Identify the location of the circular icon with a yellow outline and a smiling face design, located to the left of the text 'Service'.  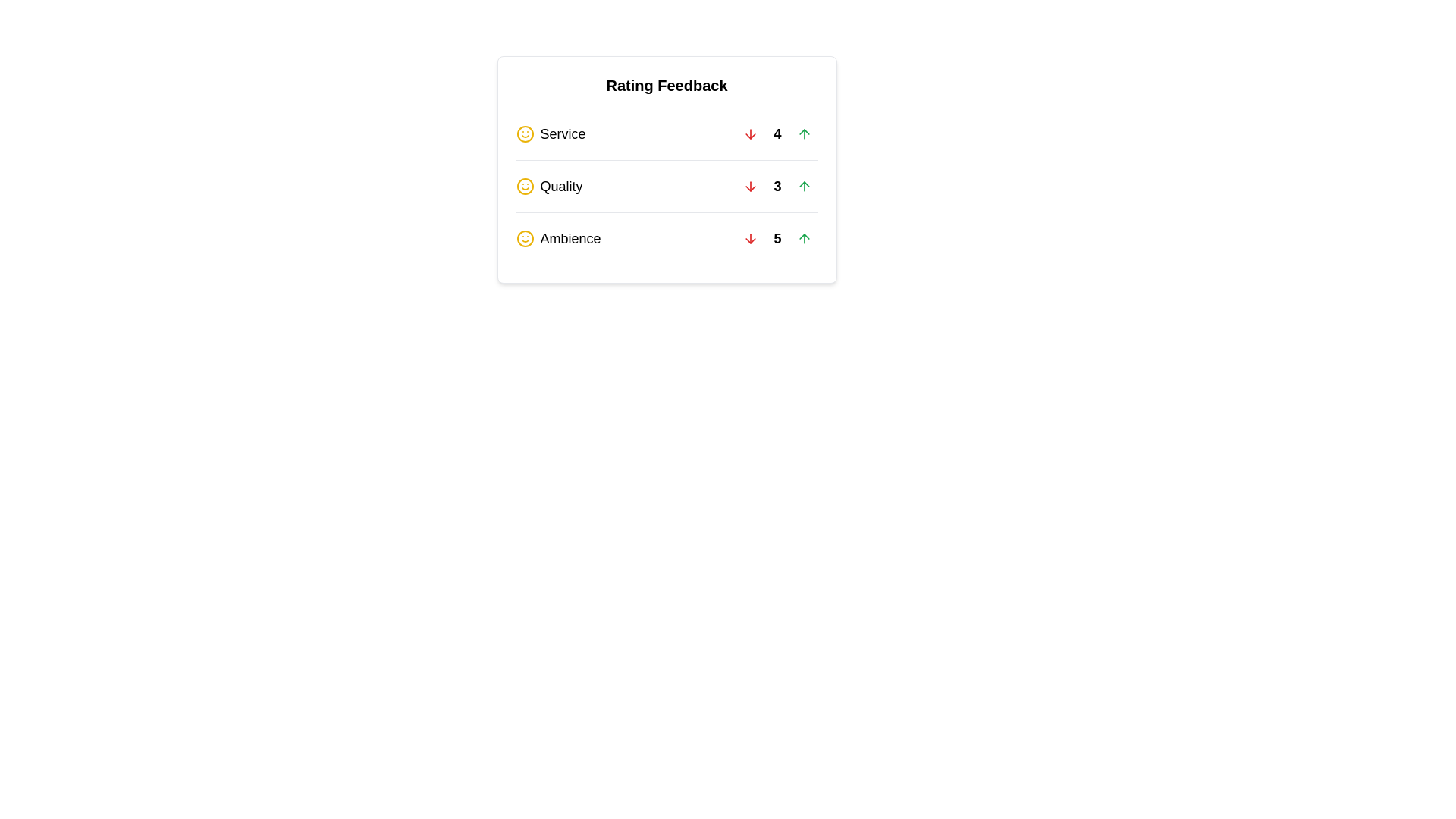
(525, 133).